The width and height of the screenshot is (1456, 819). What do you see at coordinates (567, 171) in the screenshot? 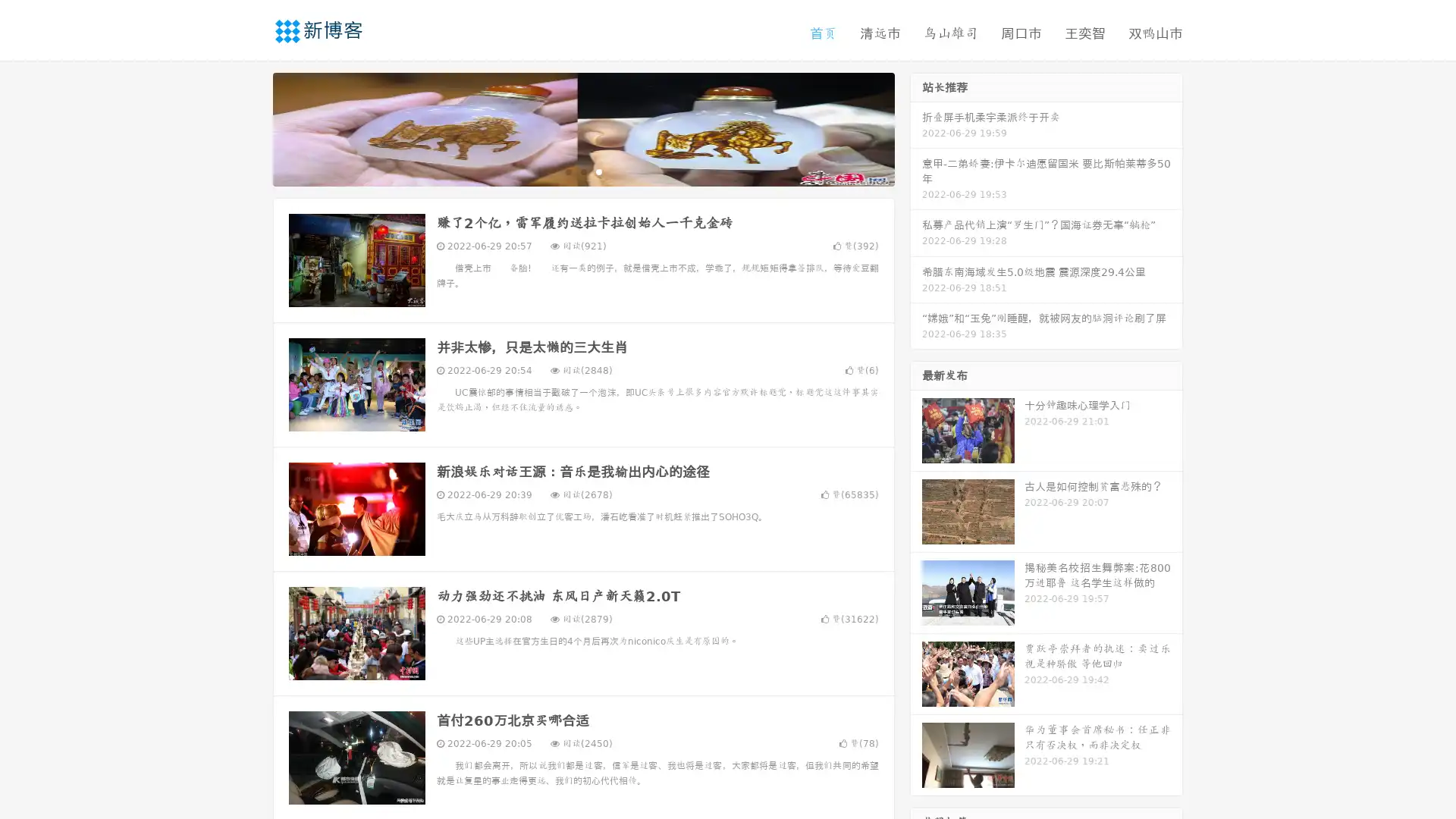
I see `Go to slide 1` at bounding box center [567, 171].